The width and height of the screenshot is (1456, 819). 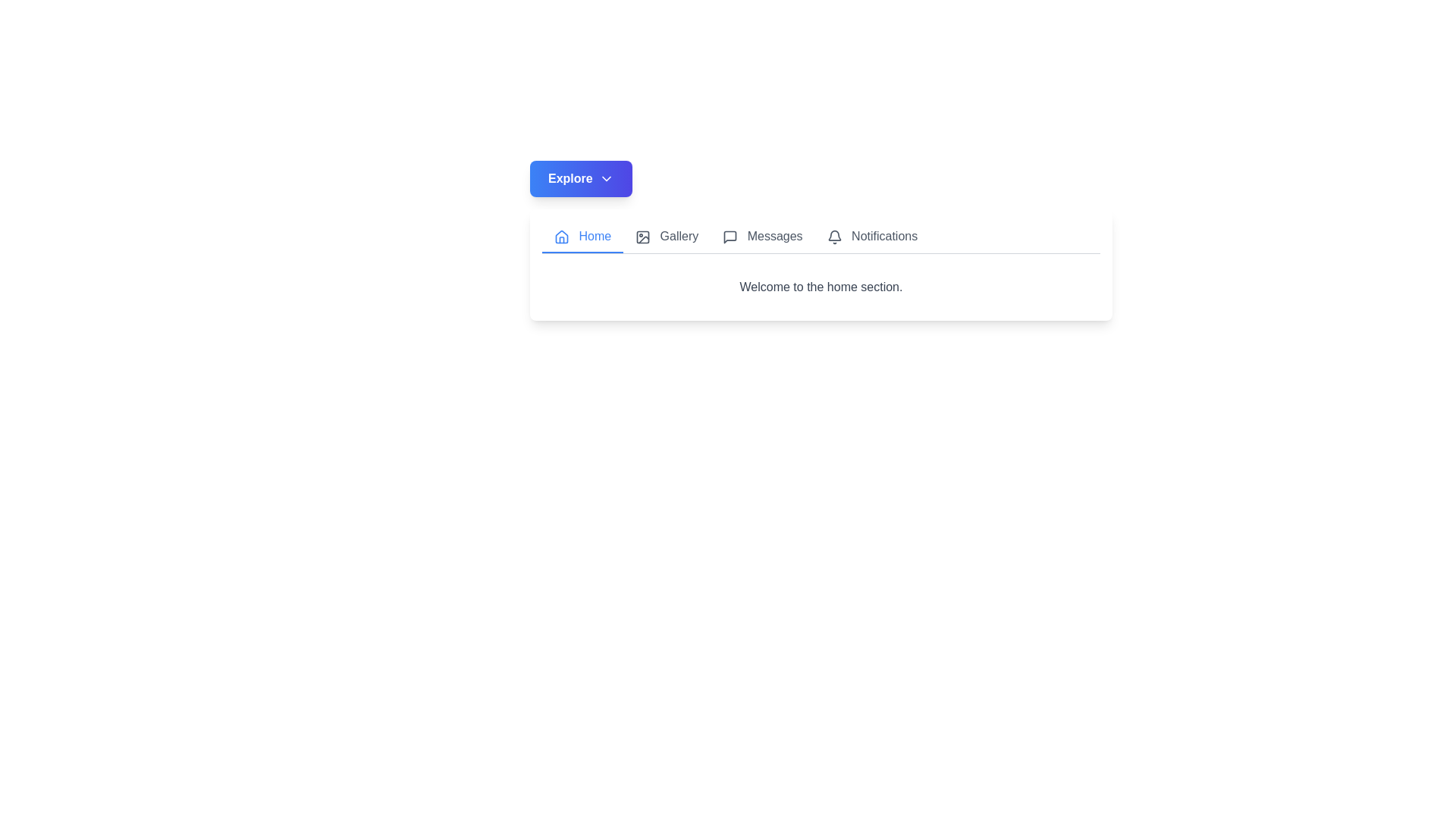 What do you see at coordinates (730, 237) in the screenshot?
I see `the speech bubble icon in the navigation menu, which represents messages, located to the left of the 'Messages' label` at bounding box center [730, 237].